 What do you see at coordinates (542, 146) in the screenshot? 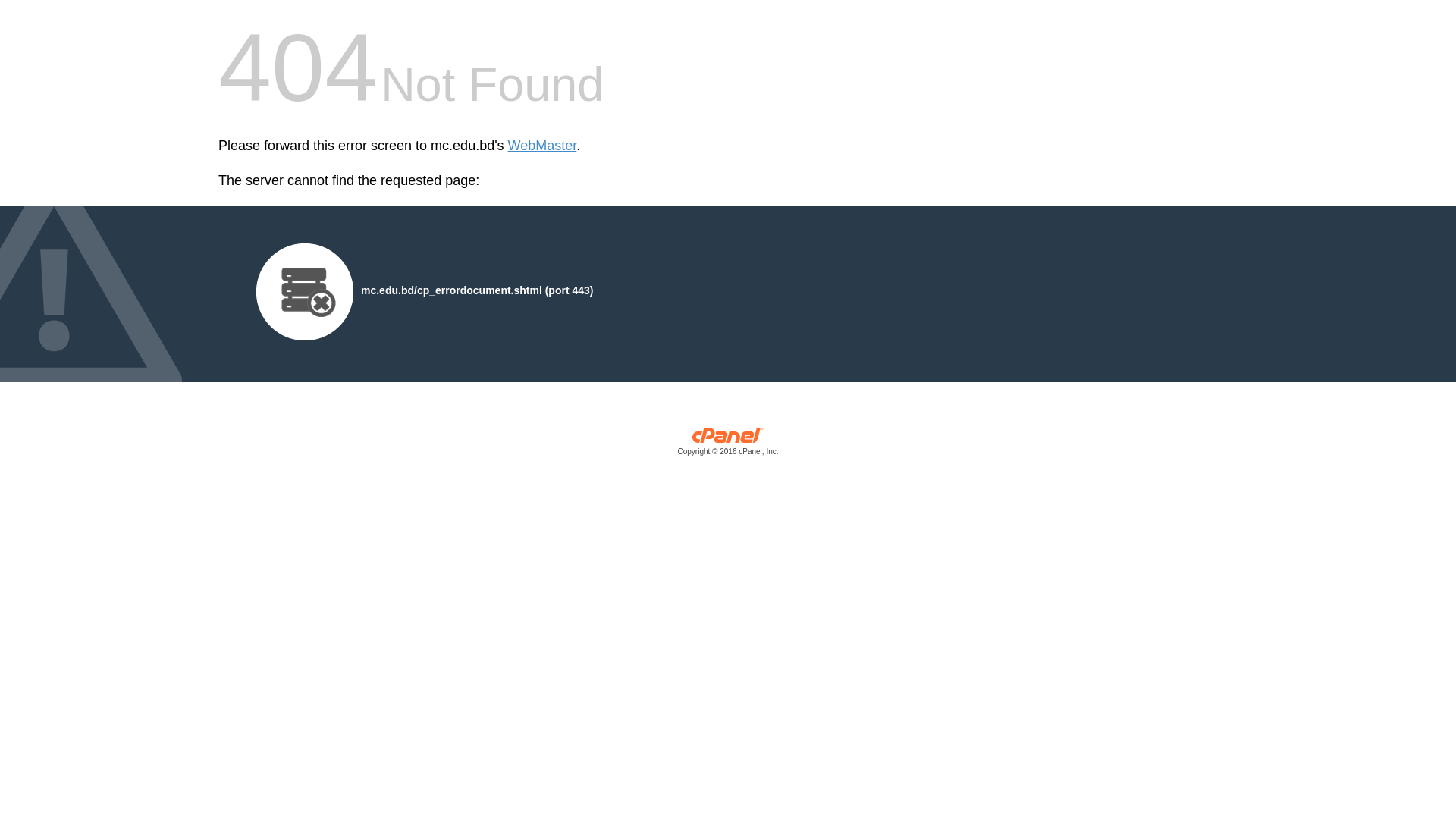
I see `'WebMaster'` at bounding box center [542, 146].